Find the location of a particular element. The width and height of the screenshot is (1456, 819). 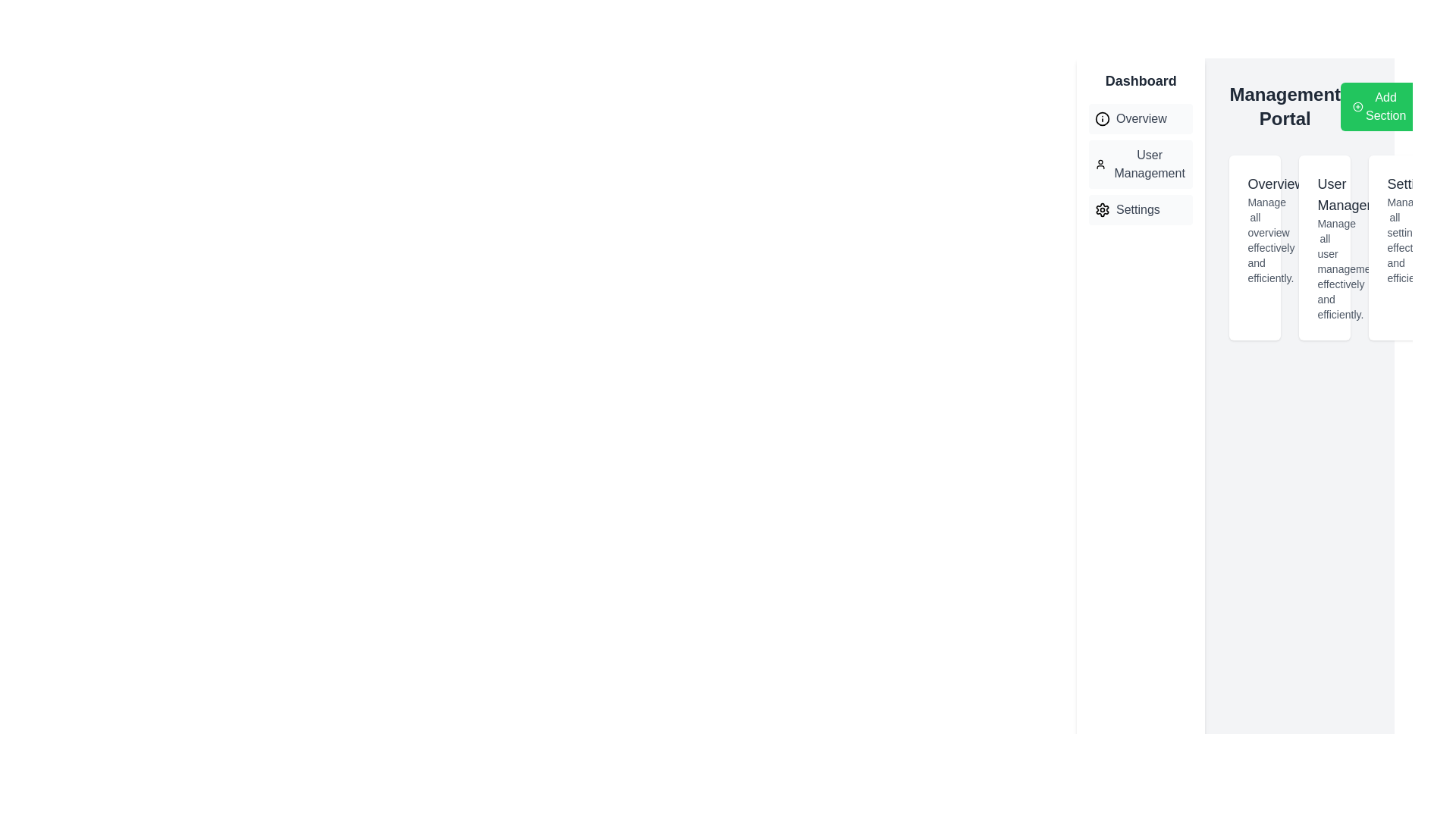

the non-interactive Text label that serves as a title for the sidebar or navigation menu, located at the top of the sidebar above the items 'Overview', 'User Management', and 'Settings' is located at coordinates (1141, 81).